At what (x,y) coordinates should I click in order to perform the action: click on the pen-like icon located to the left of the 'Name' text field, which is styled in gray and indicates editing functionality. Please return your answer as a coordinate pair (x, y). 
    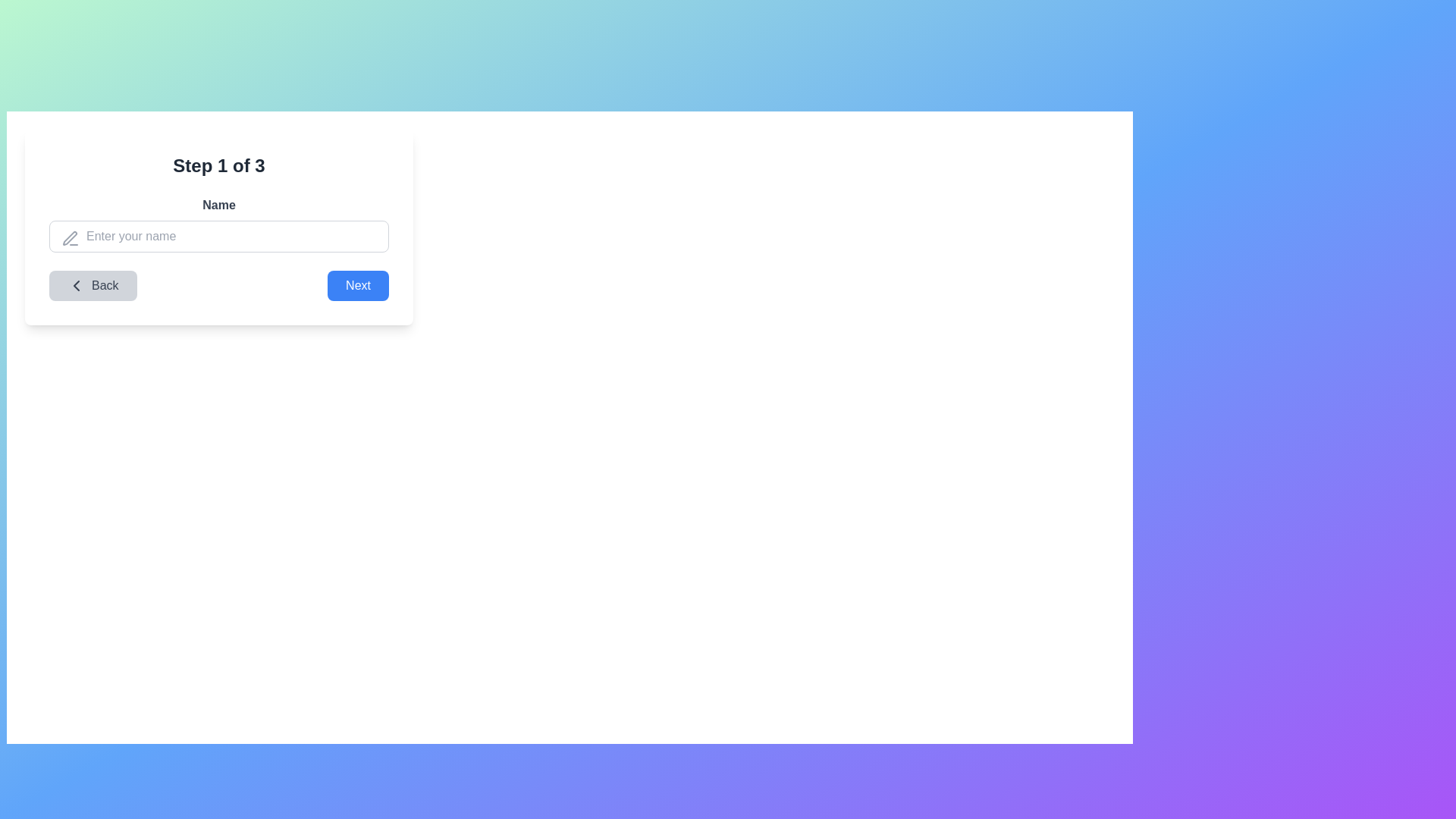
    Looking at the image, I should click on (69, 239).